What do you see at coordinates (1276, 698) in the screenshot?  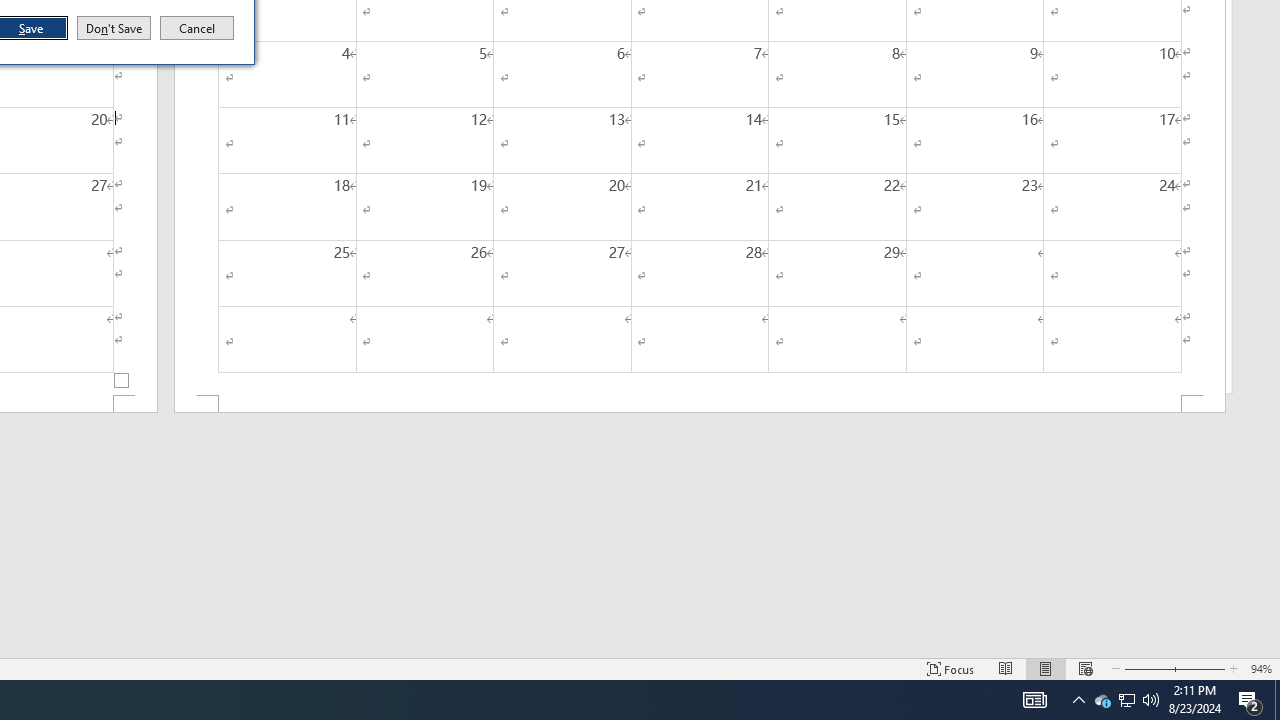 I see `'Show desktop'` at bounding box center [1276, 698].